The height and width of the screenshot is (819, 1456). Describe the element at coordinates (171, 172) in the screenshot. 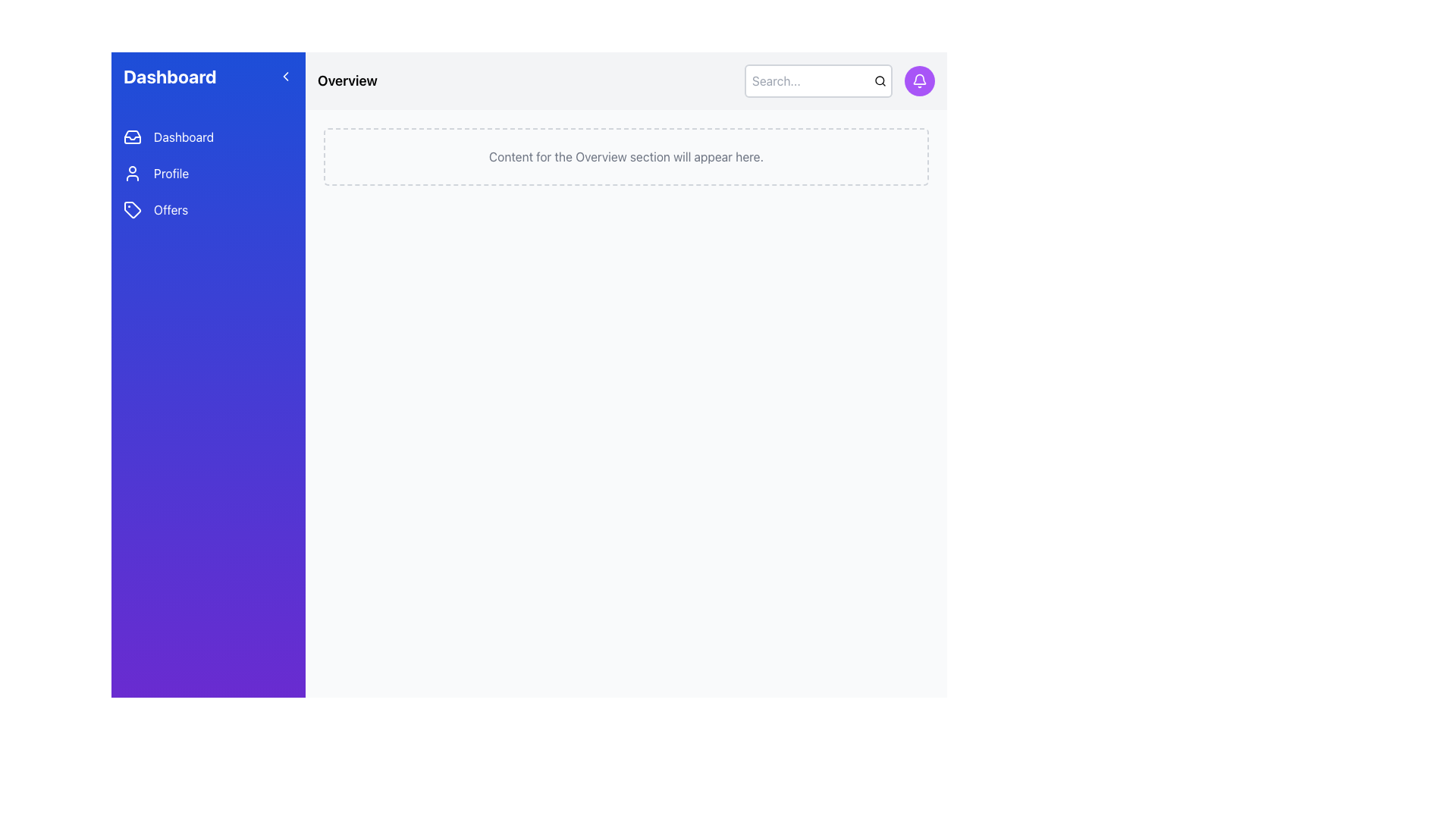

I see `the Profile text link located in the sidebar, which is the second menu item under the Dashboard text link` at that location.